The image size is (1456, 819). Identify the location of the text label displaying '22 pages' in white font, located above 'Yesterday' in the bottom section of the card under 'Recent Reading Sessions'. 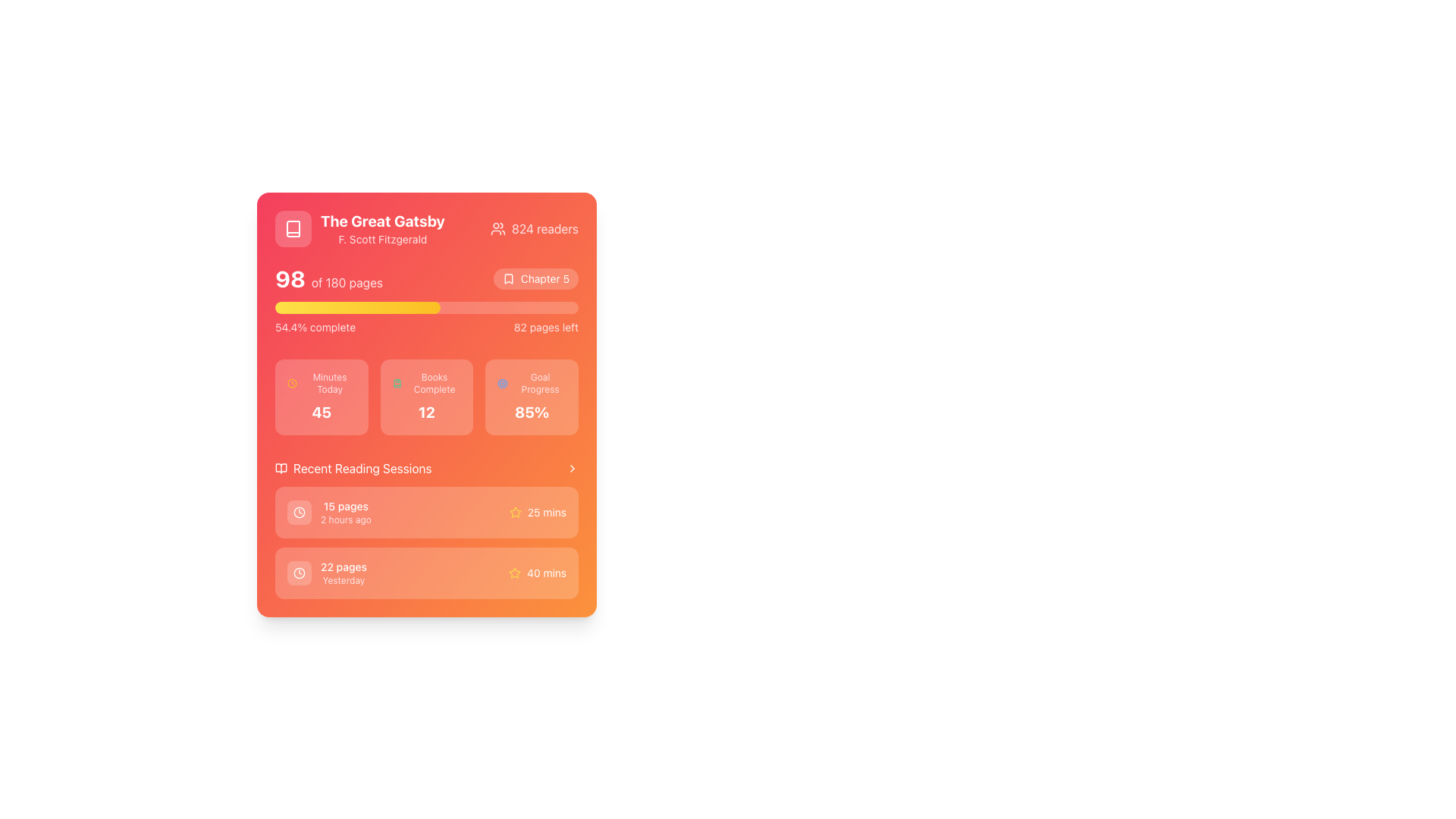
(343, 567).